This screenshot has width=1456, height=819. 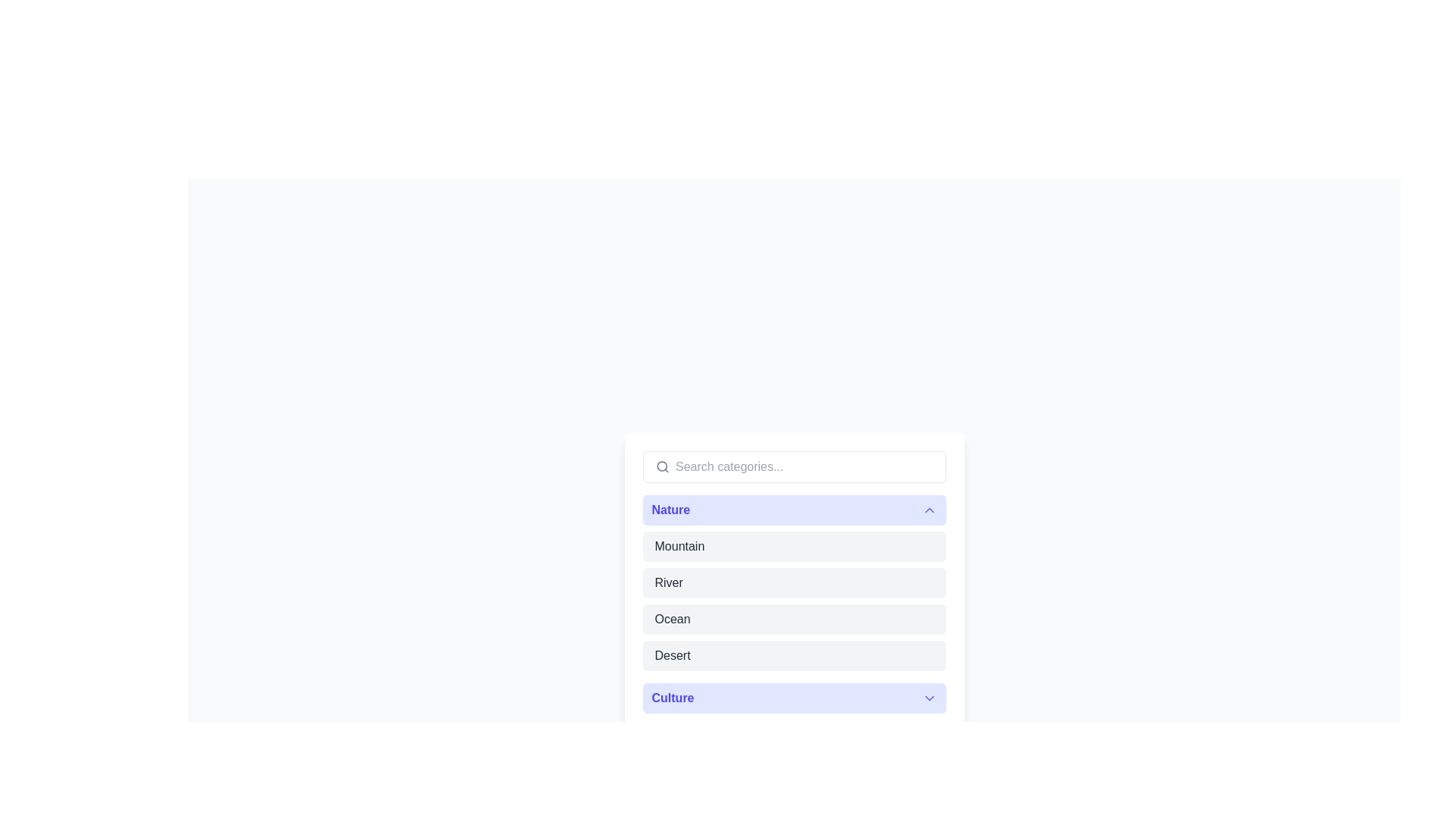 I want to click on the third item in the 'Nature' dropdown menu, so click(x=672, y=620).